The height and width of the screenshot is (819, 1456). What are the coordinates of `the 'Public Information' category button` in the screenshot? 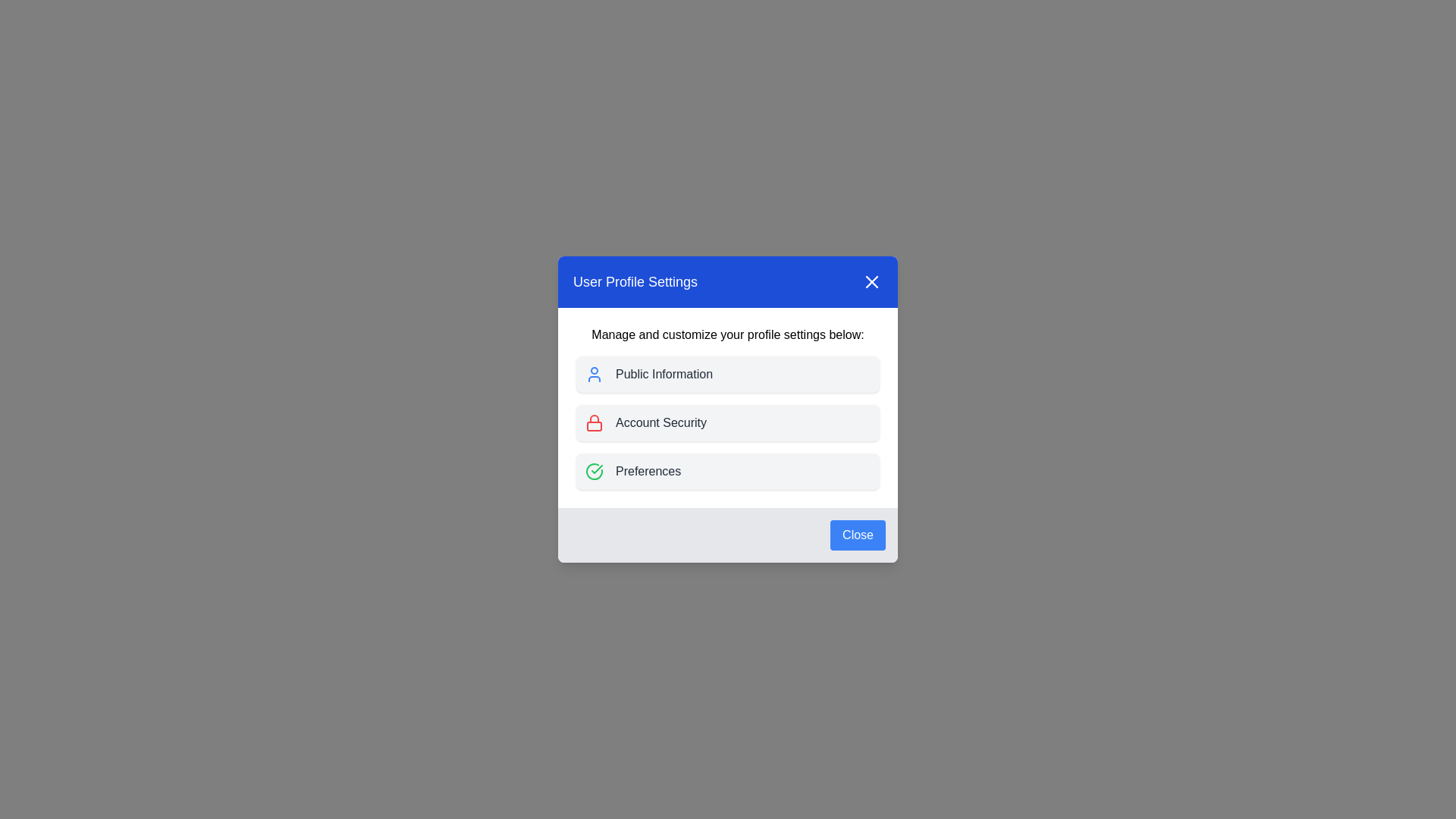 It's located at (728, 374).